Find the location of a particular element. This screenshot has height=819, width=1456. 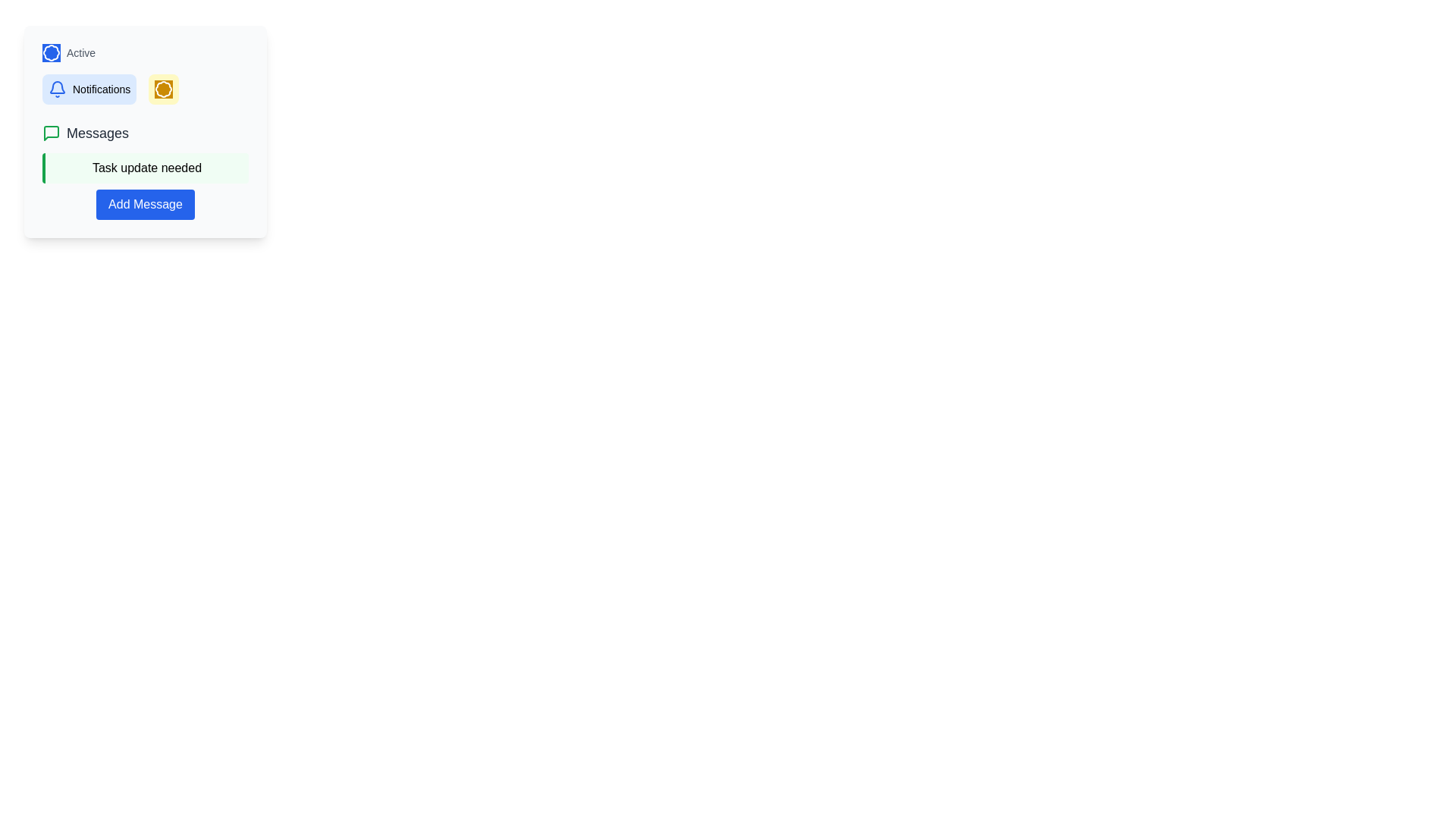

the text label that describes the notifications section, located to the right of the bell icon is located at coordinates (101, 89).